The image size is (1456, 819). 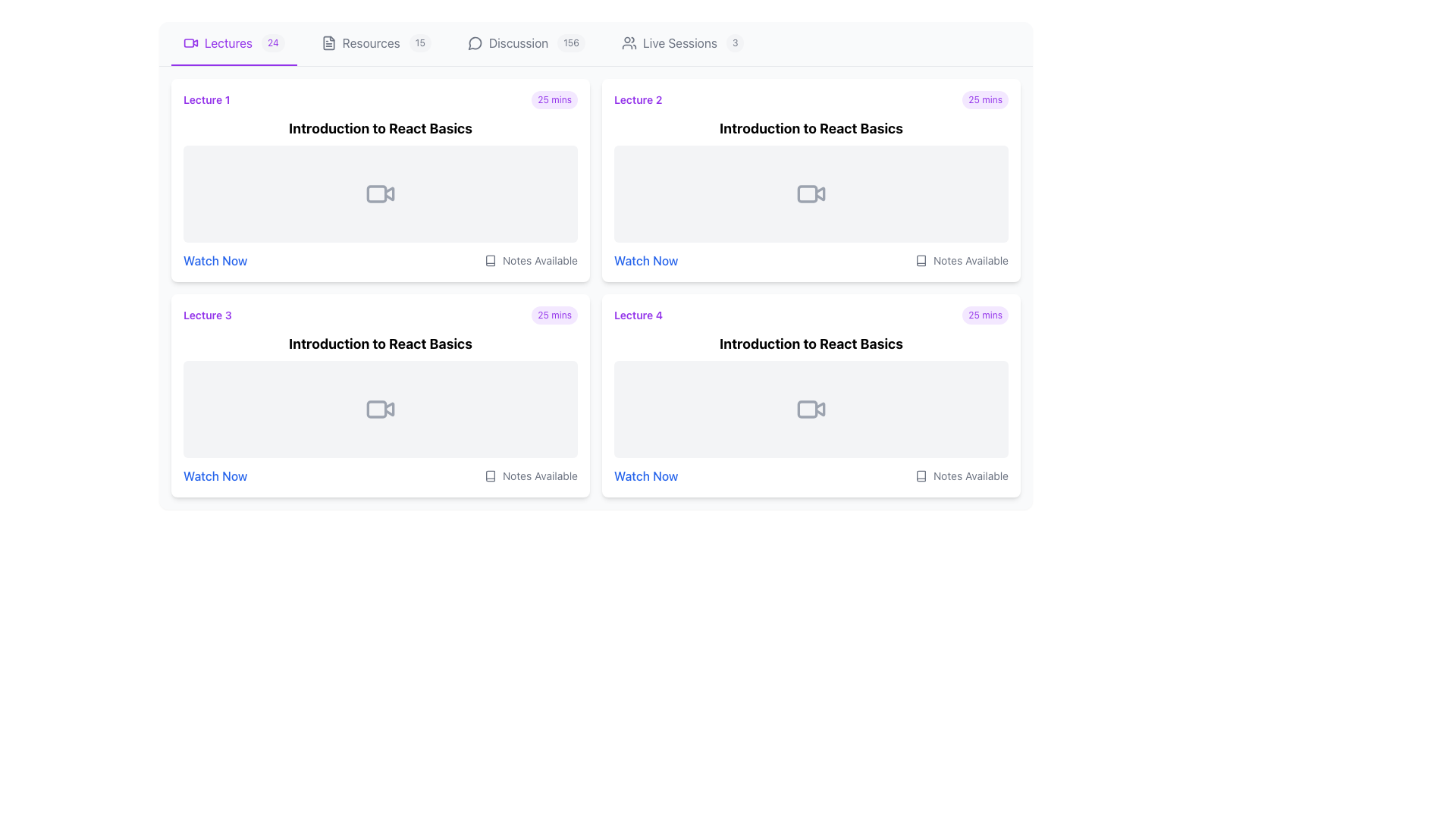 What do you see at coordinates (920, 475) in the screenshot?
I see `the decorative SVG icon representing resources or notes associated with the lecture located in the header of the lecture card in the second column of the second row` at bounding box center [920, 475].